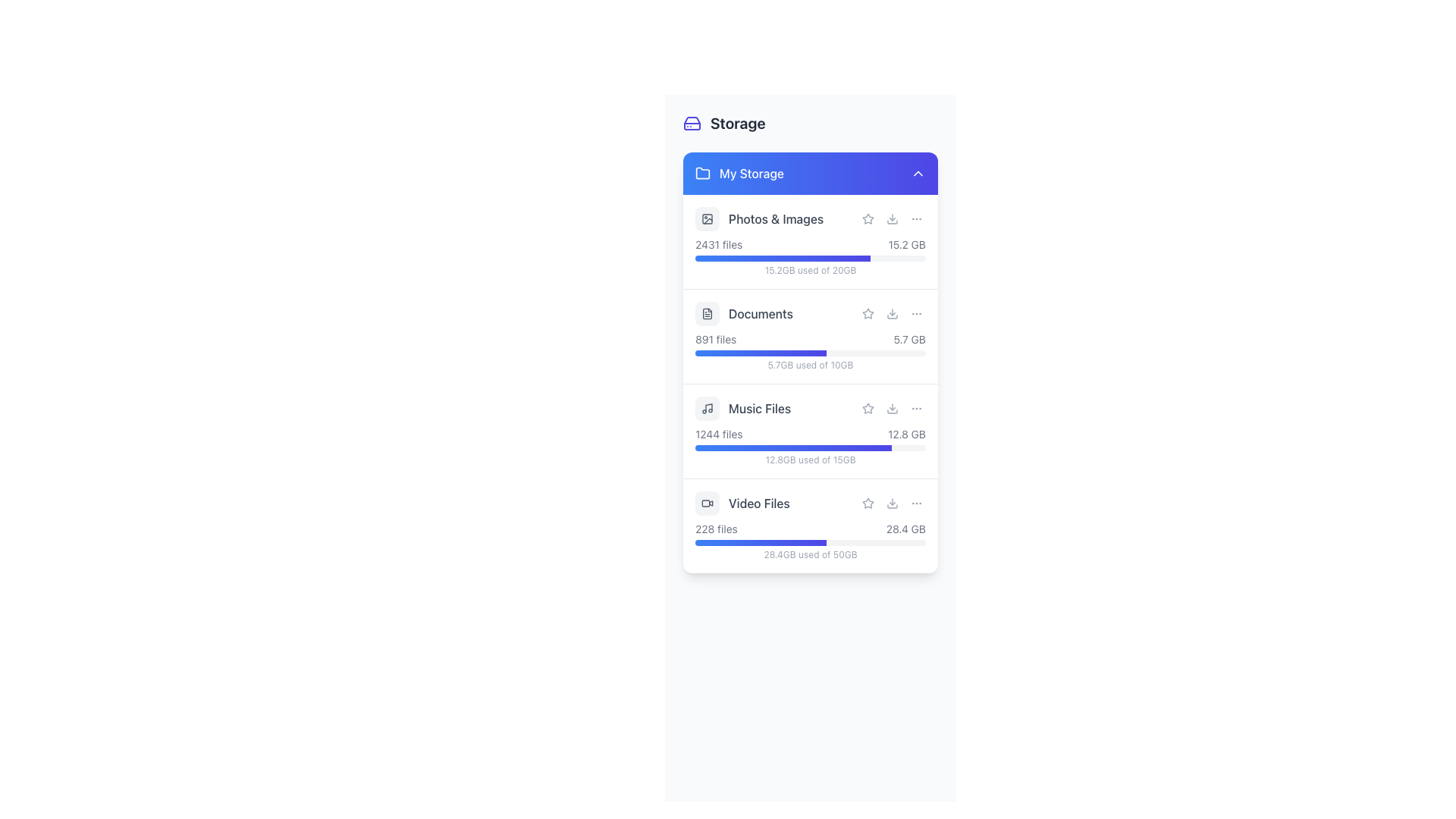  Describe the element at coordinates (892, 312) in the screenshot. I see `the download icon button located to the far right of the 'Documents' entry in the storage list to observe hover effects` at that location.